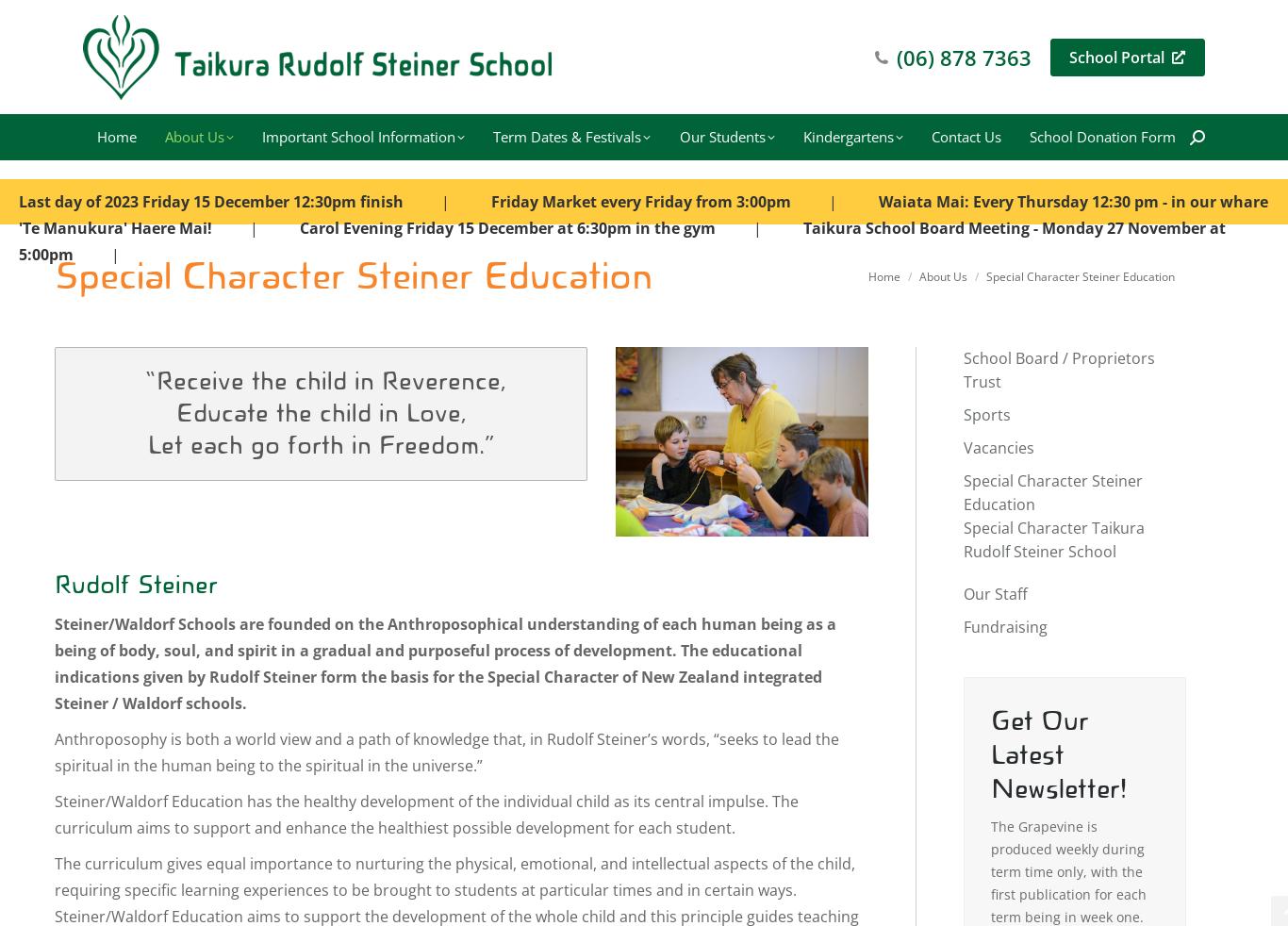  What do you see at coordinates (642, 214) in the screenshot?
I see `'Waiata Mai: Every Thursday 12:30 pm - in our whare 'Te Manukura' Haere Mai!'` at bounding box center [642, 214].